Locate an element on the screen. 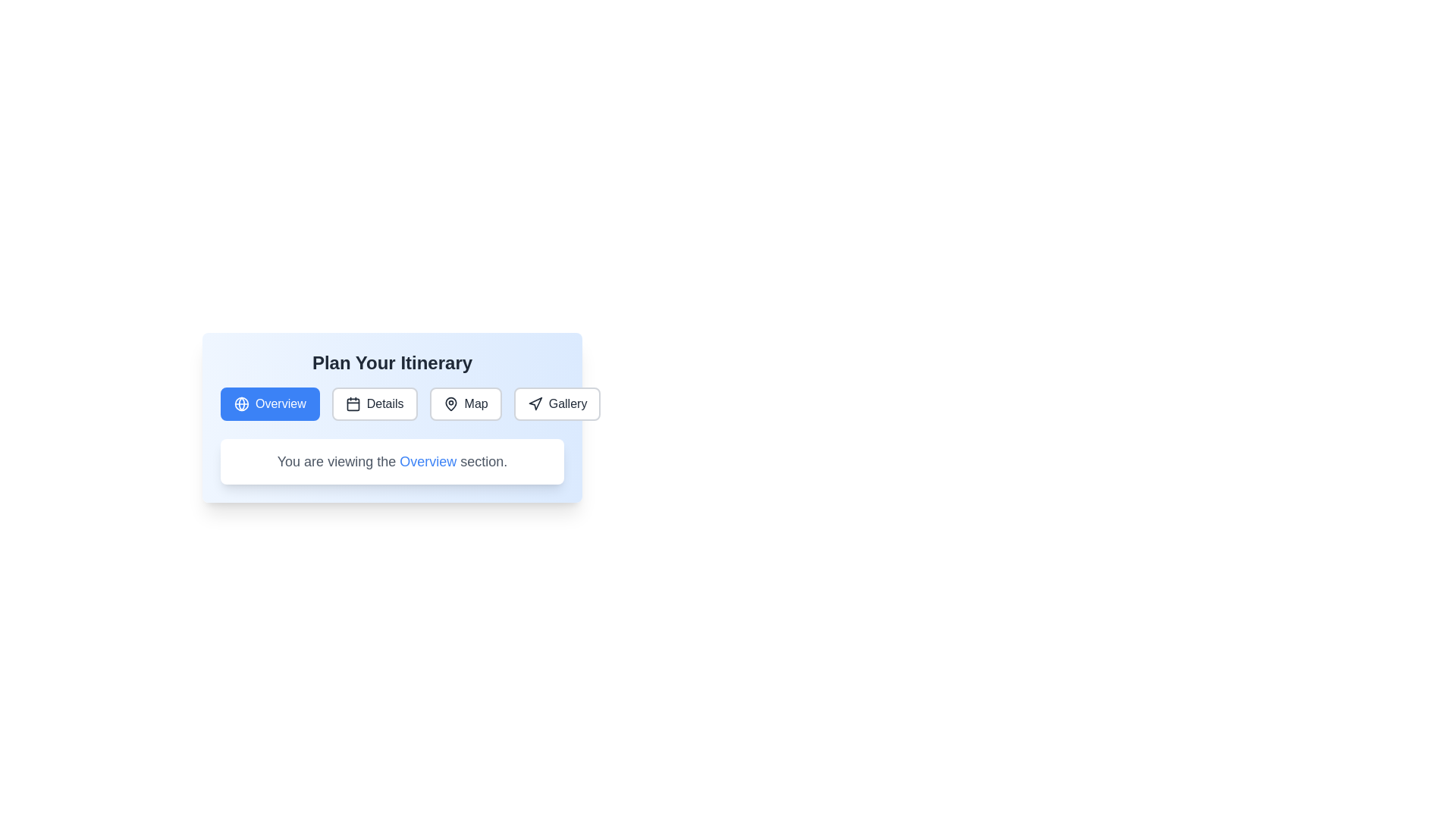 The height and width of the screenshot is (819, 1456). the Circle element inside the globe icon, which is located to the left of the 'Overview' button in the top navigation bar is located at coordinates (240, 403).